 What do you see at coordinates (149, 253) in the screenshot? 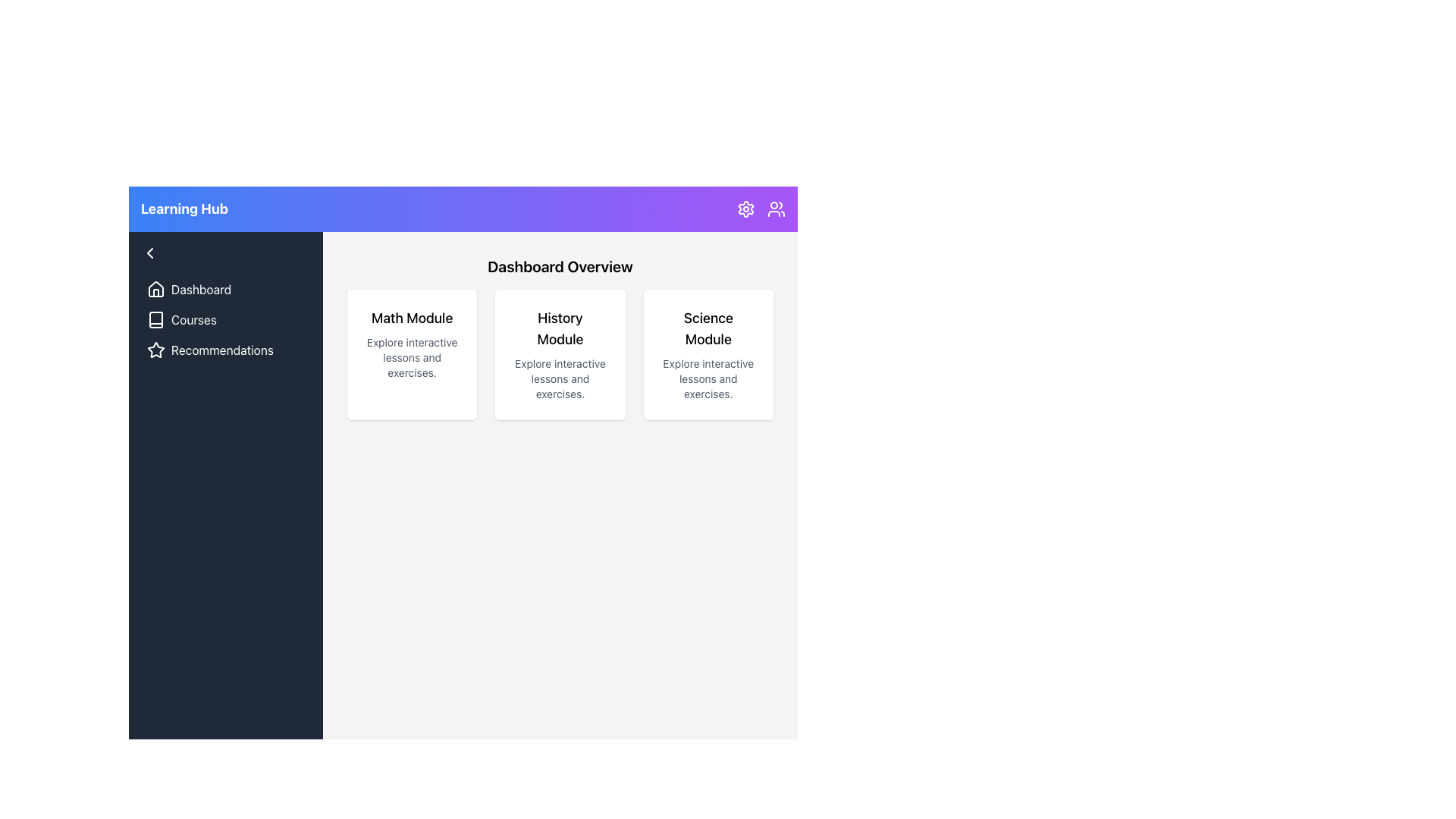
I see `the sidebar toggle button located at the top-left section of the sidebar, above the 'Dashboard' label` at bounding box center [149, 253].